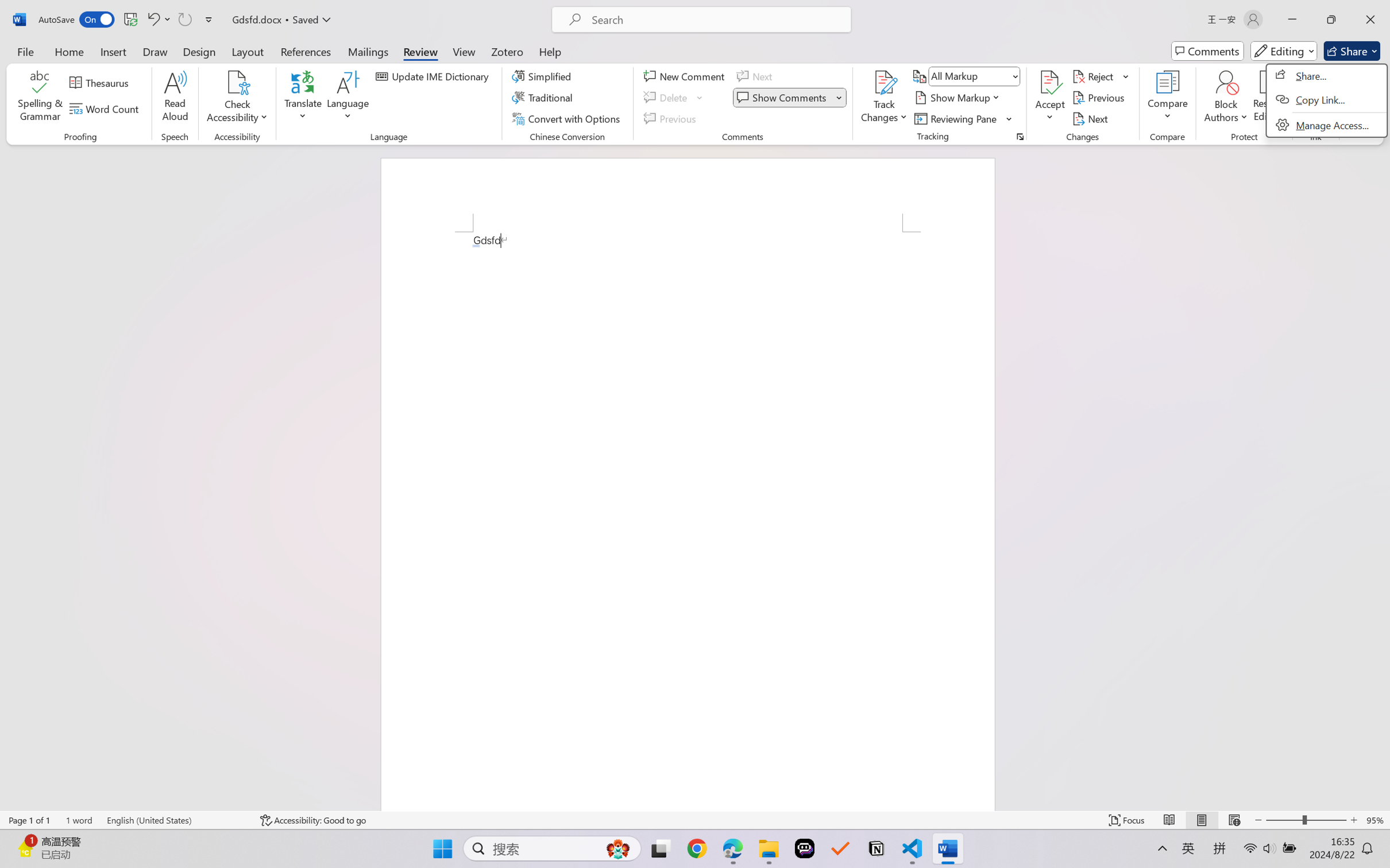  What do you see at coordinates (1101, 75) in the screenshot?
I see `'Reject'` at bounding box center [1101, 75].